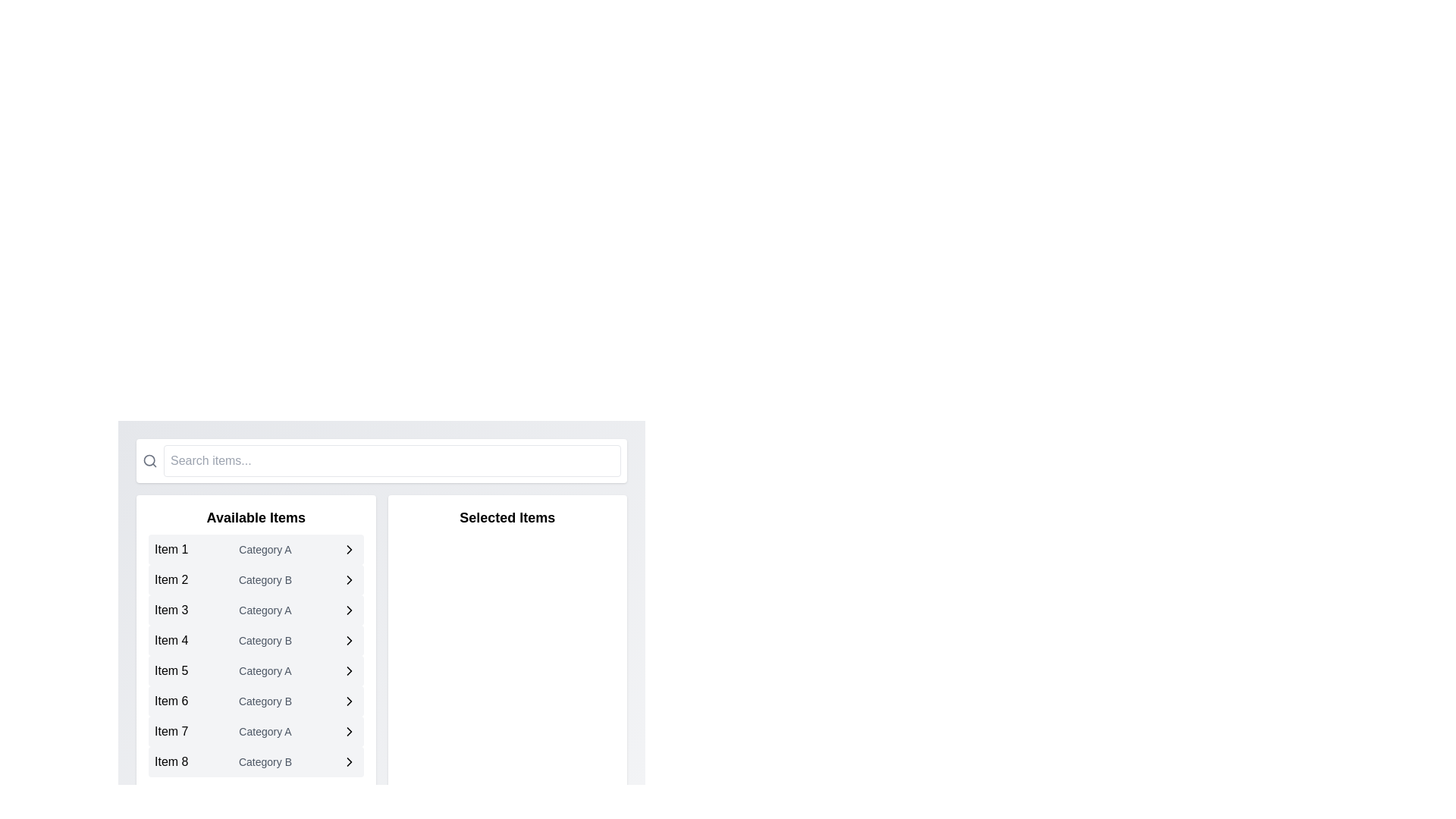  I want to click on the List item labeled 'Item 5' under 'Available Items', so click(256, 654).